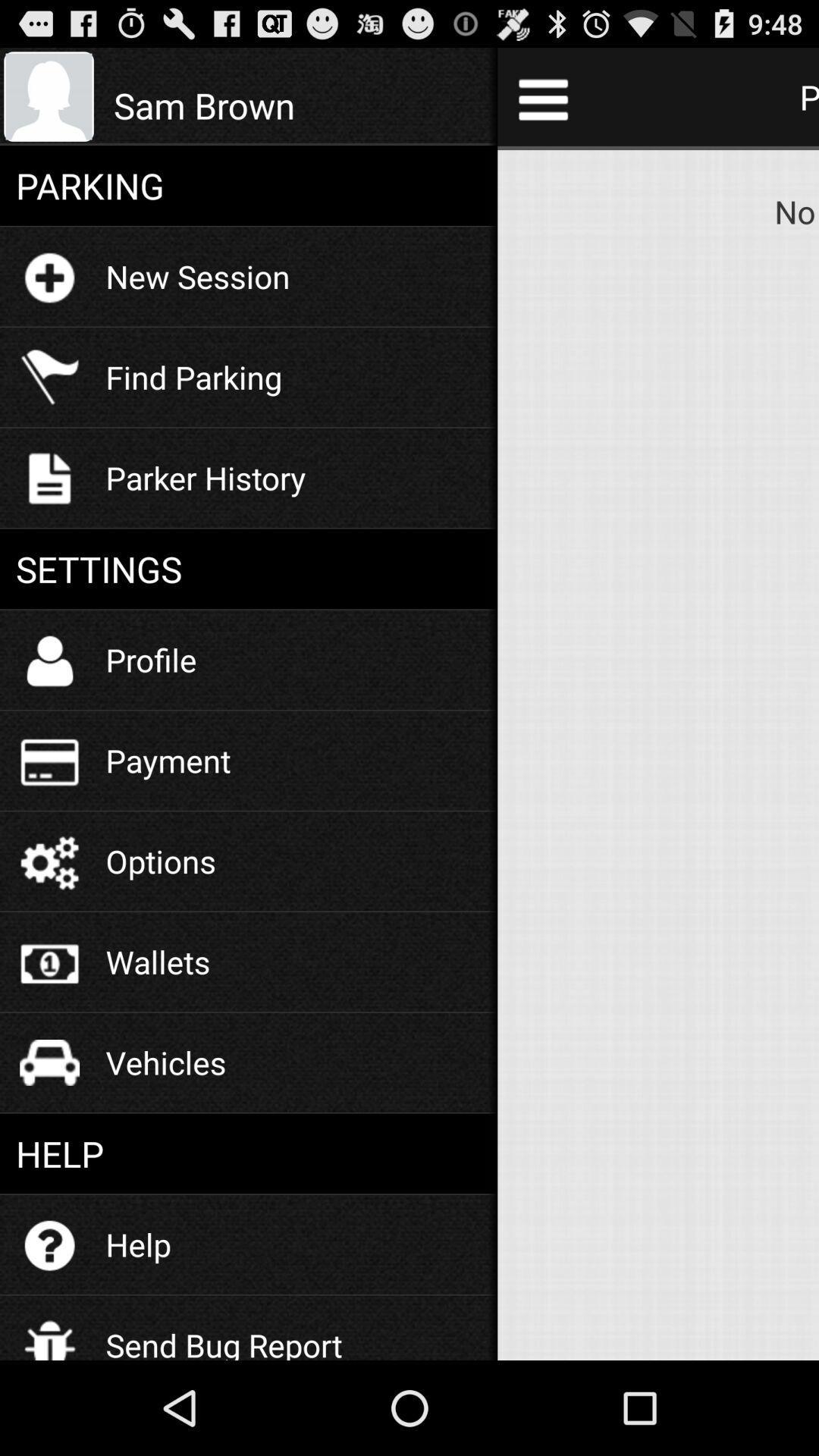  What do you see at coordinates (151, 659) in the screenshot?
I see `the icon below settings item` at bounding box center [151, 659].